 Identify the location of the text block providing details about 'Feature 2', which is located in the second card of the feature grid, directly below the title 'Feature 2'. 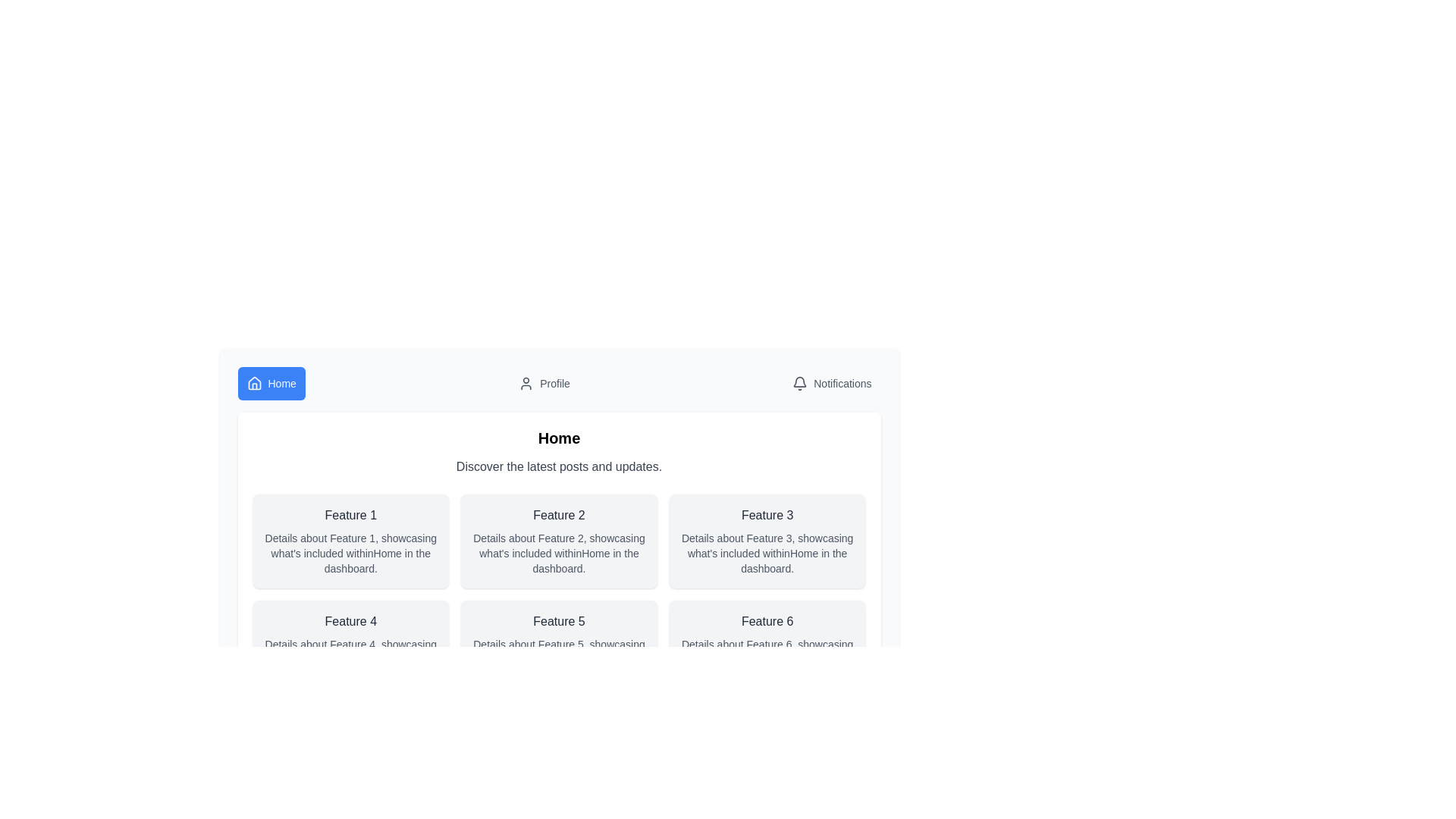
(558, 553).